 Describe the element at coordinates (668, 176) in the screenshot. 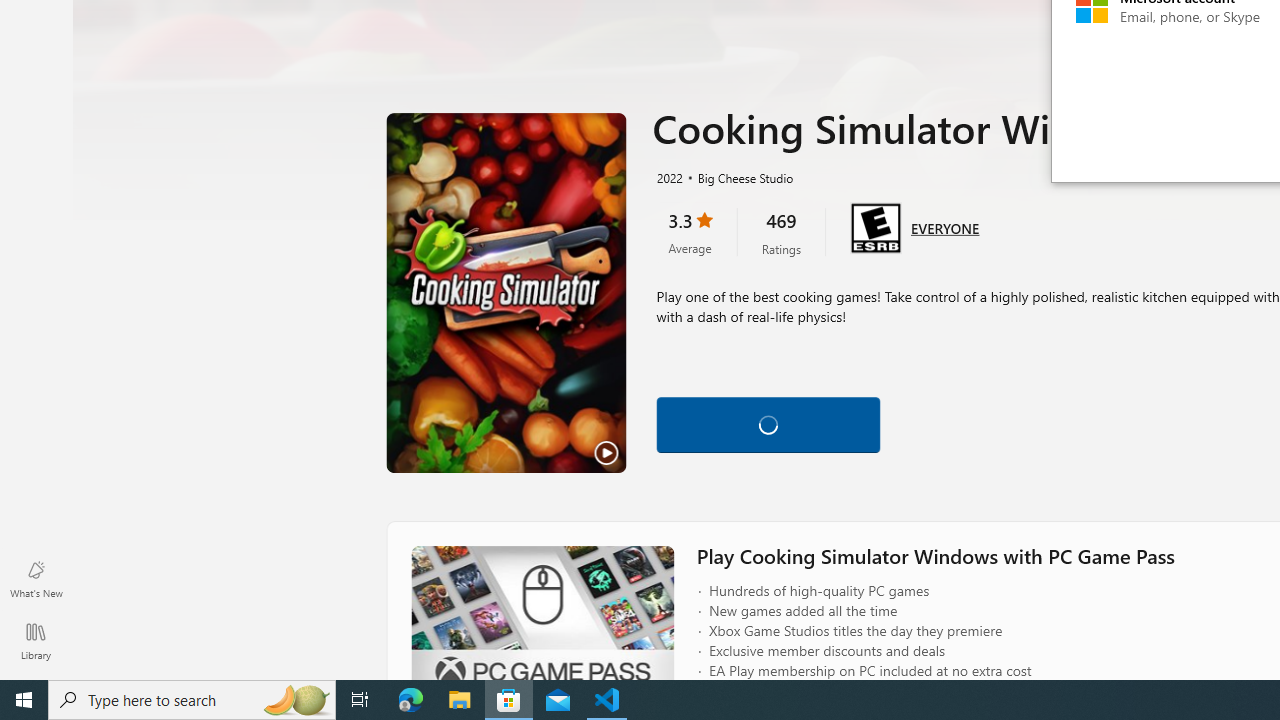

I see `'2022'` at that location.